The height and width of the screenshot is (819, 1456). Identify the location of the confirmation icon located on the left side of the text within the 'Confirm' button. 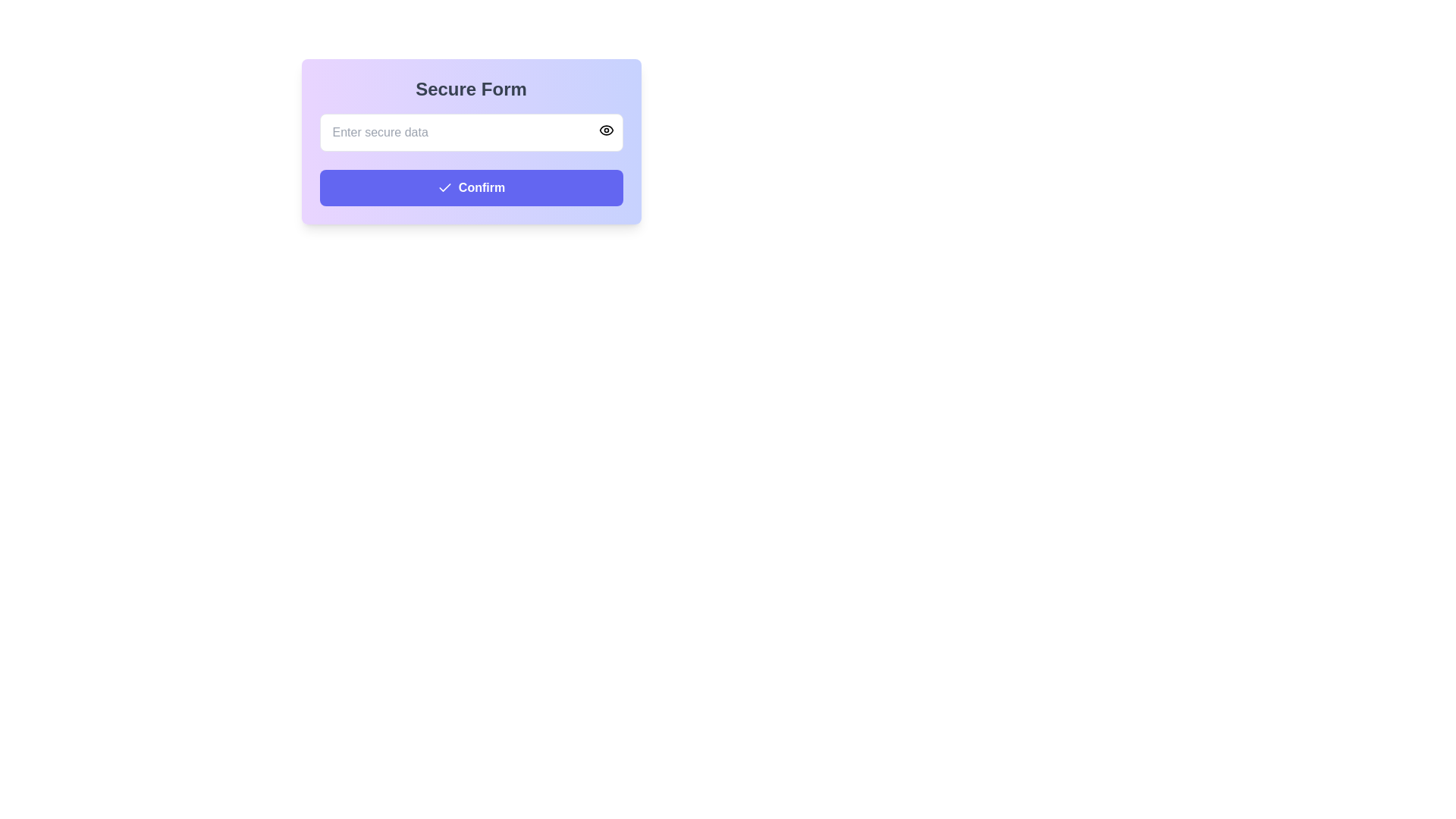
(444, 187).